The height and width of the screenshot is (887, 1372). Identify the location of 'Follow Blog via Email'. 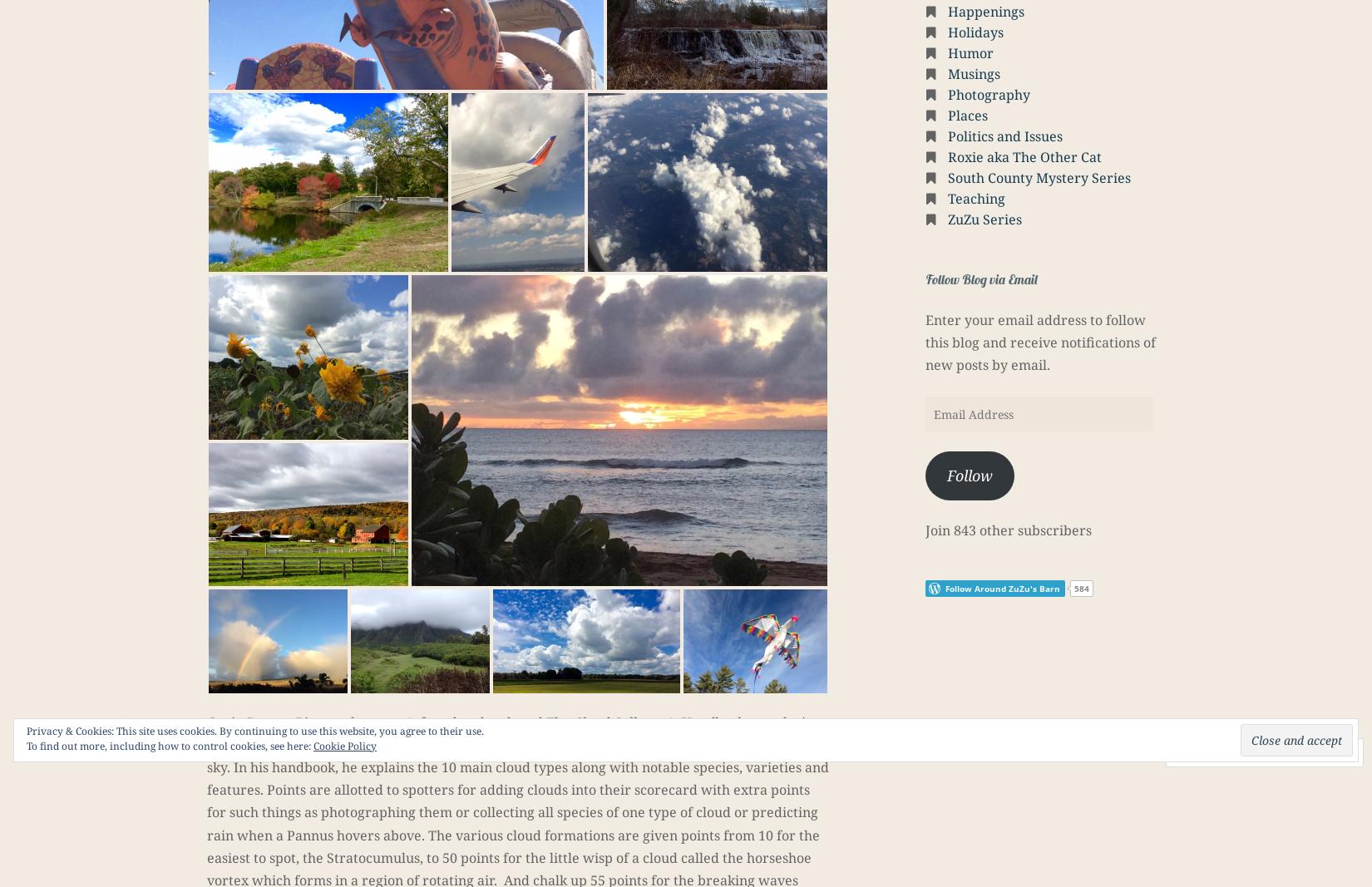
(981, 278).